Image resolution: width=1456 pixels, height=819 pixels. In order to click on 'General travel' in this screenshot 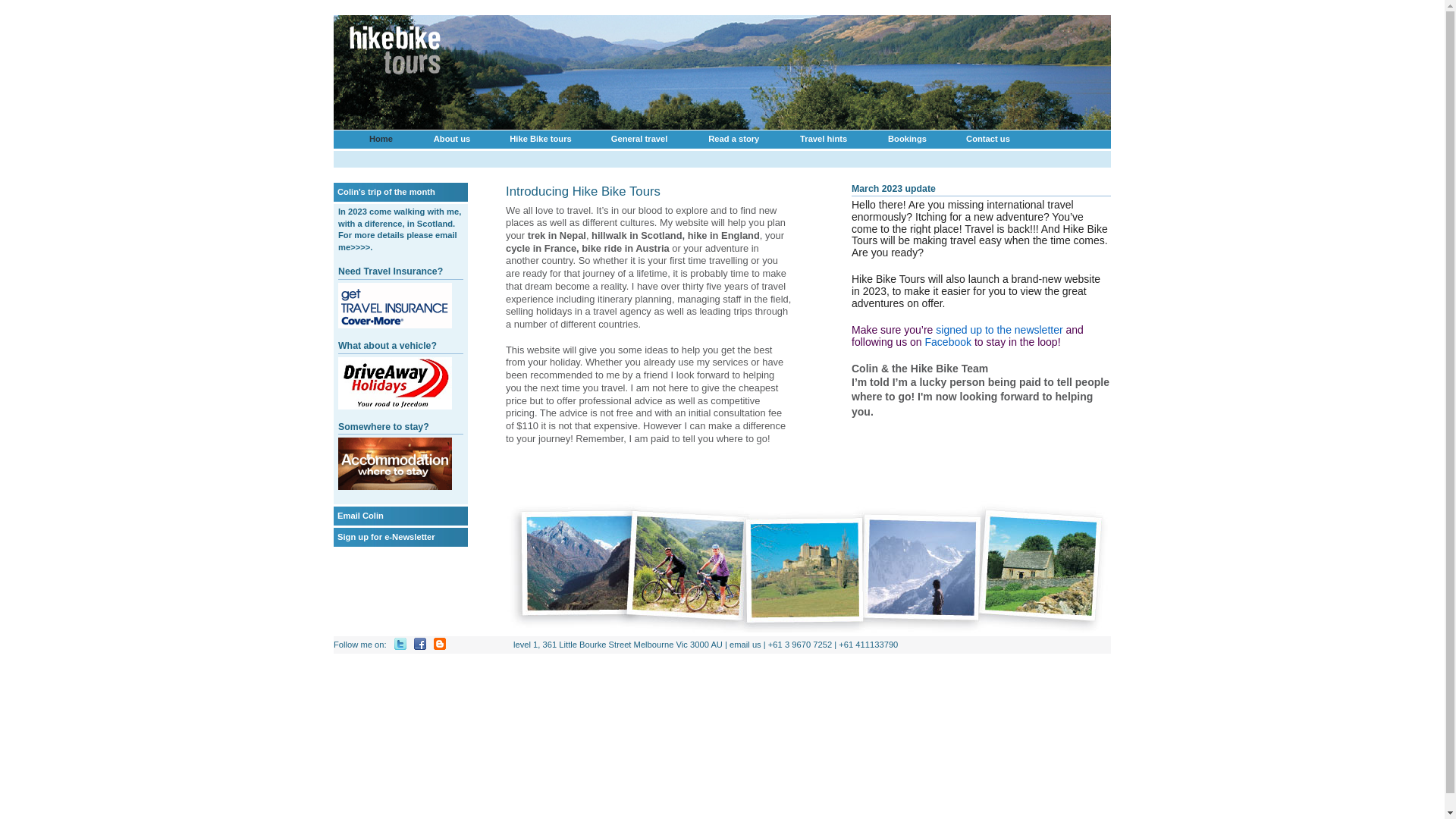, I will do `click(639, 139)`.